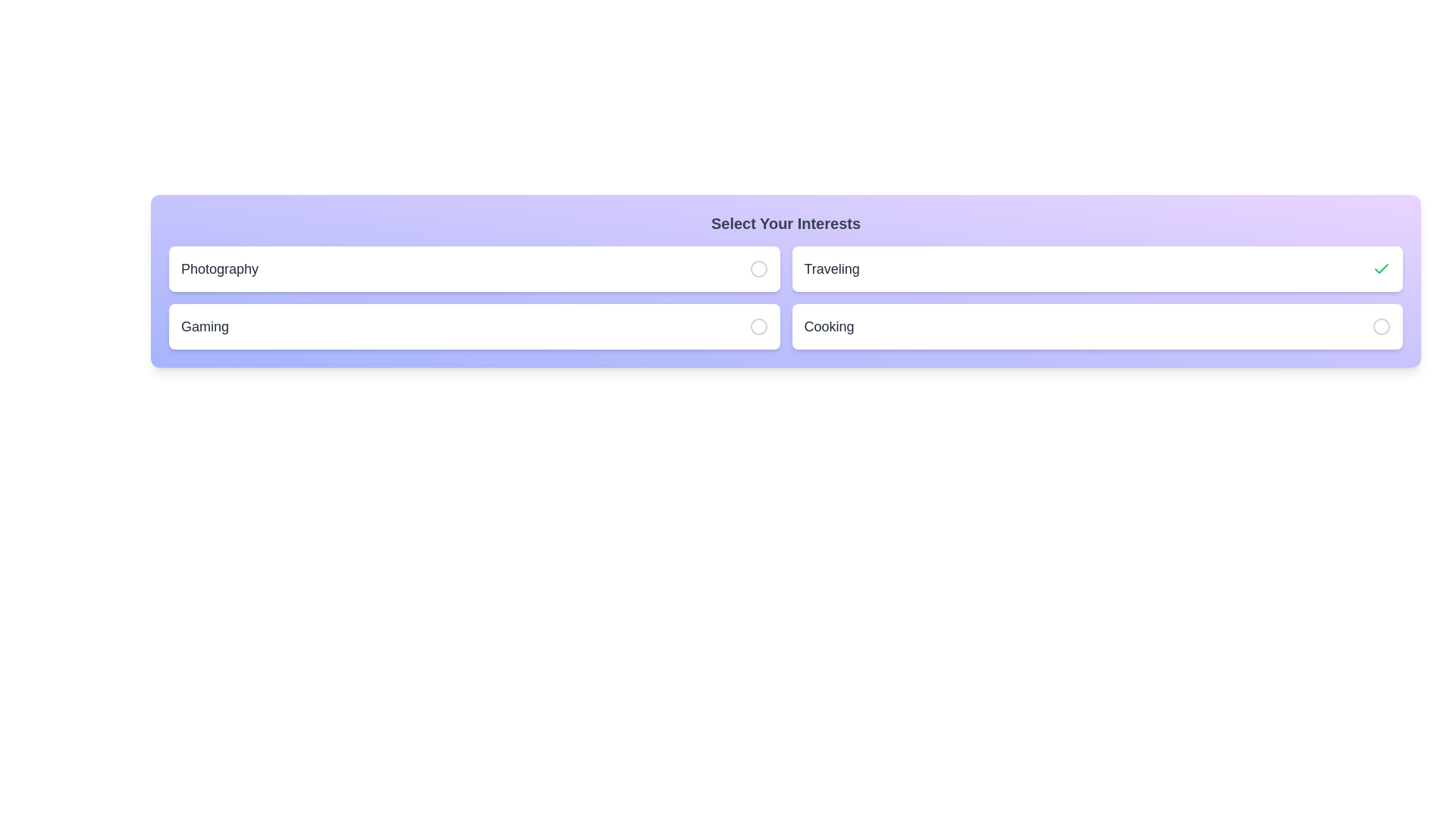 This screenshot has width=1456, height=819. What do you see at coordinates (473, 326) in the screenshot?
I see `the interest item Gaming` at bounding box center [473, 326].